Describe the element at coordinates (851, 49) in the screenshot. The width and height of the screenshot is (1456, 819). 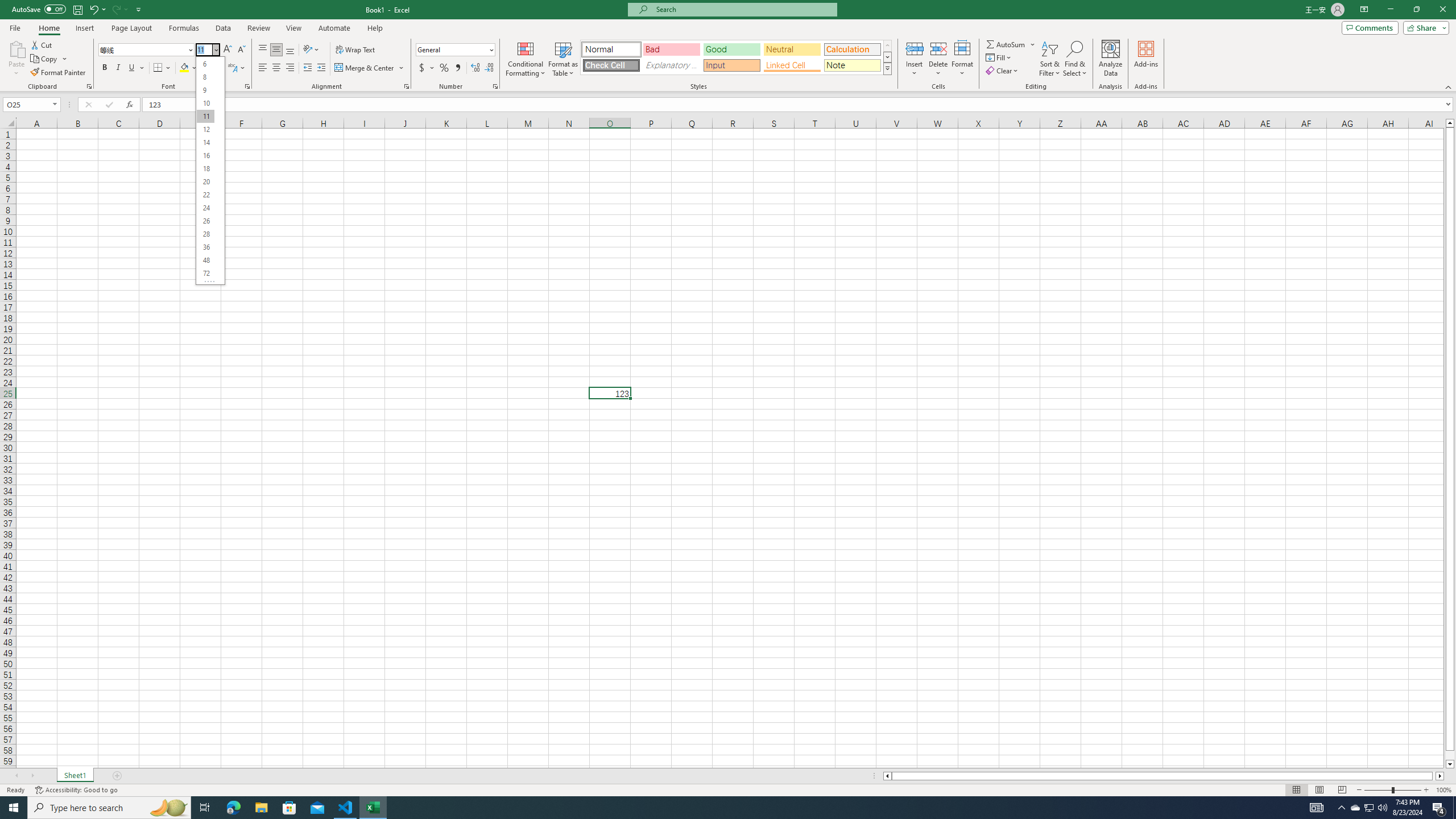
I see `'Calculation'` at that location.